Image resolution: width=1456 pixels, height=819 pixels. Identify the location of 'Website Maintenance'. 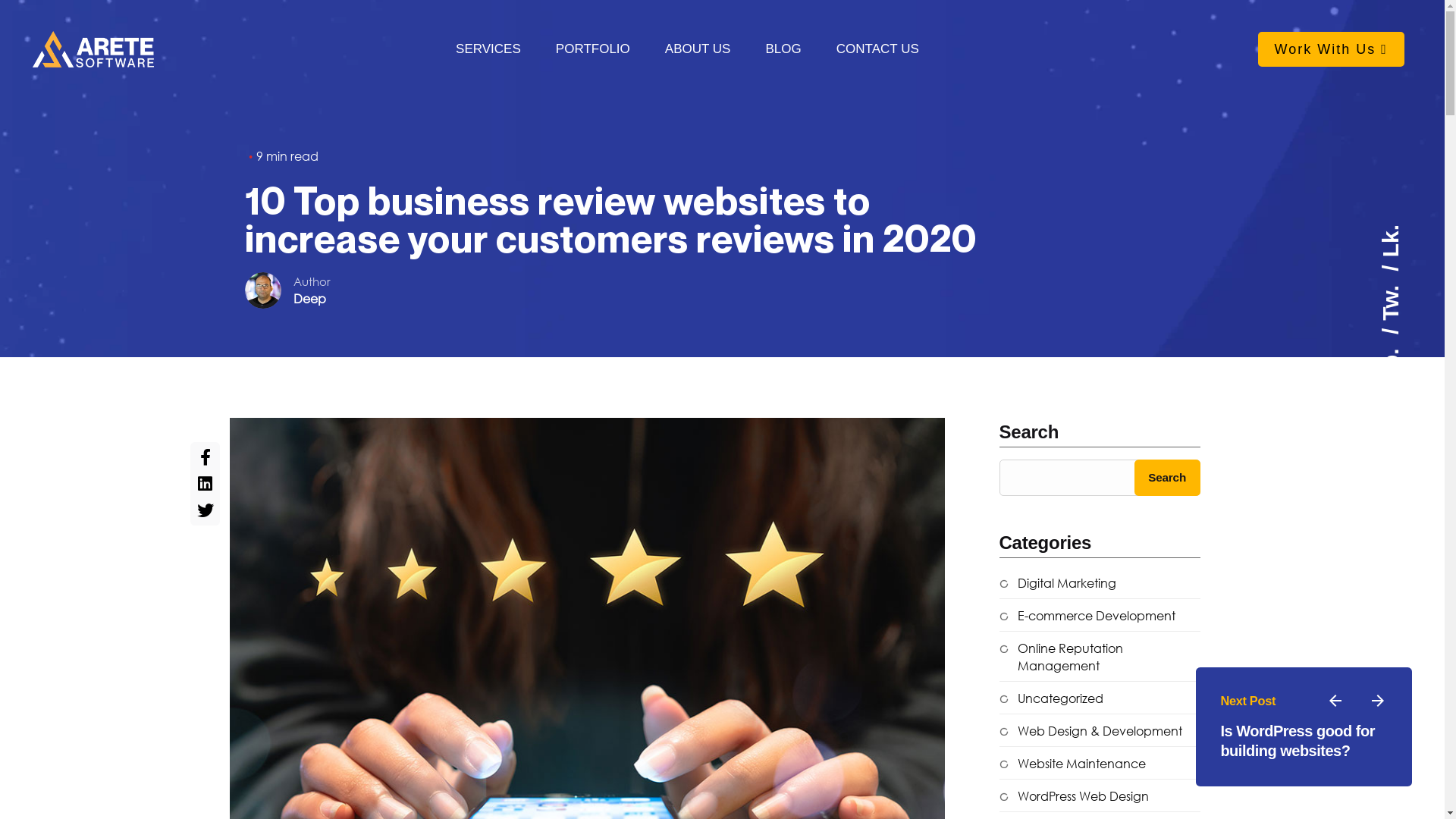
(999, 764).